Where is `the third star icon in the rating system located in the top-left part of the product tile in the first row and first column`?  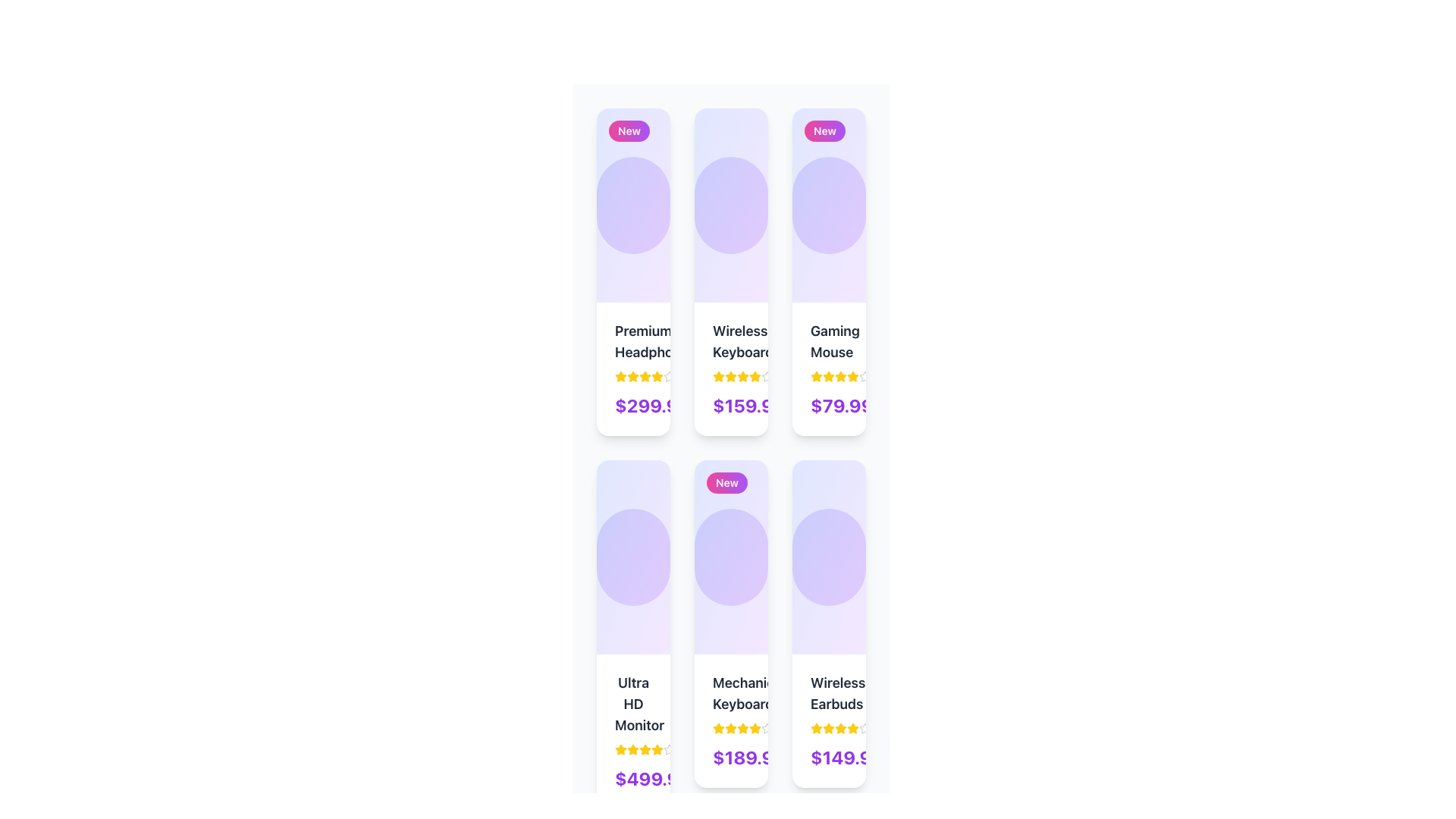
the third star icon in the rating system located in the top-left part of the product tile in the first row and first column is located at coordinates (633, 376).